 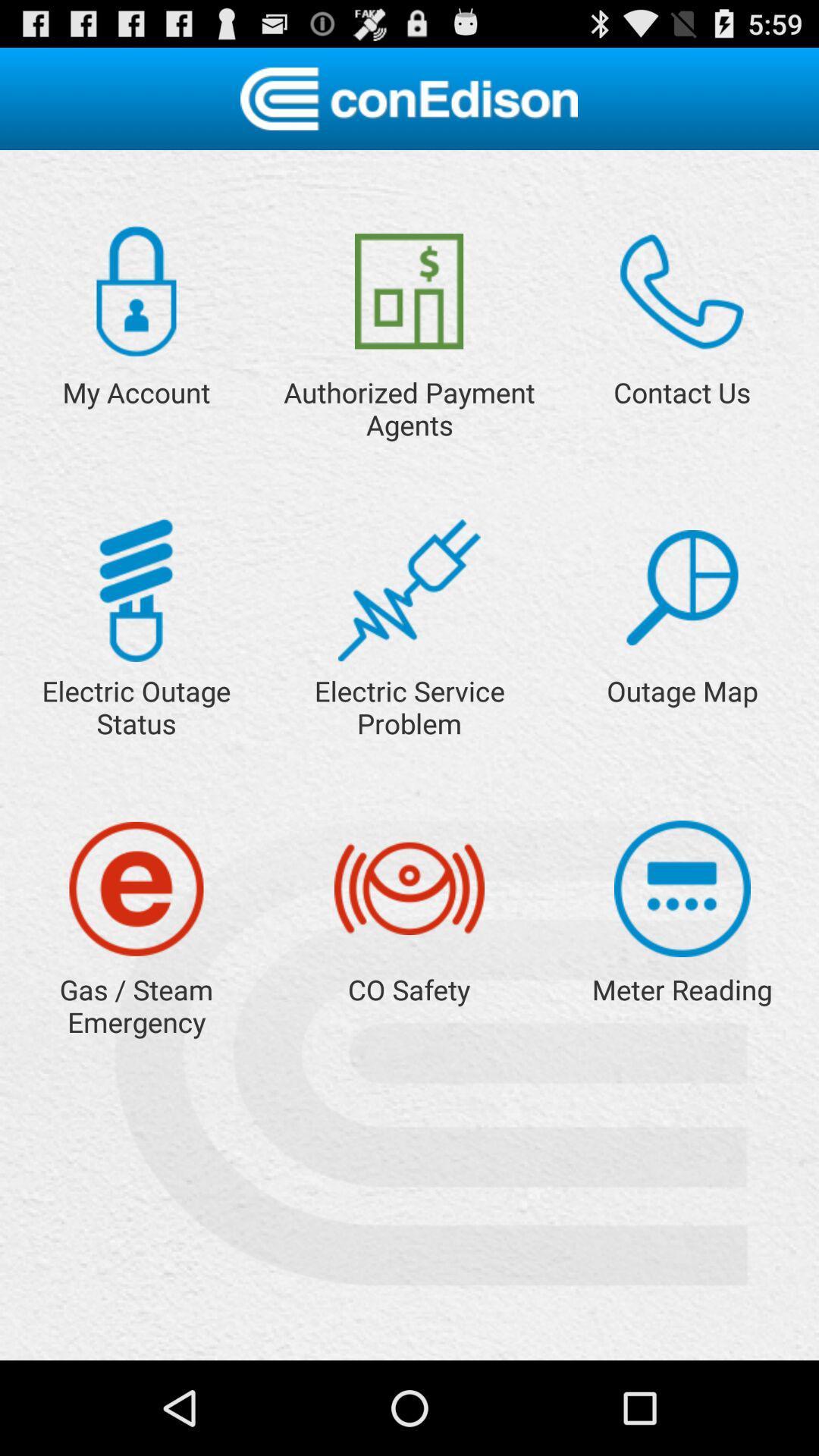 I want to click on option, so click(x=681, y=587).